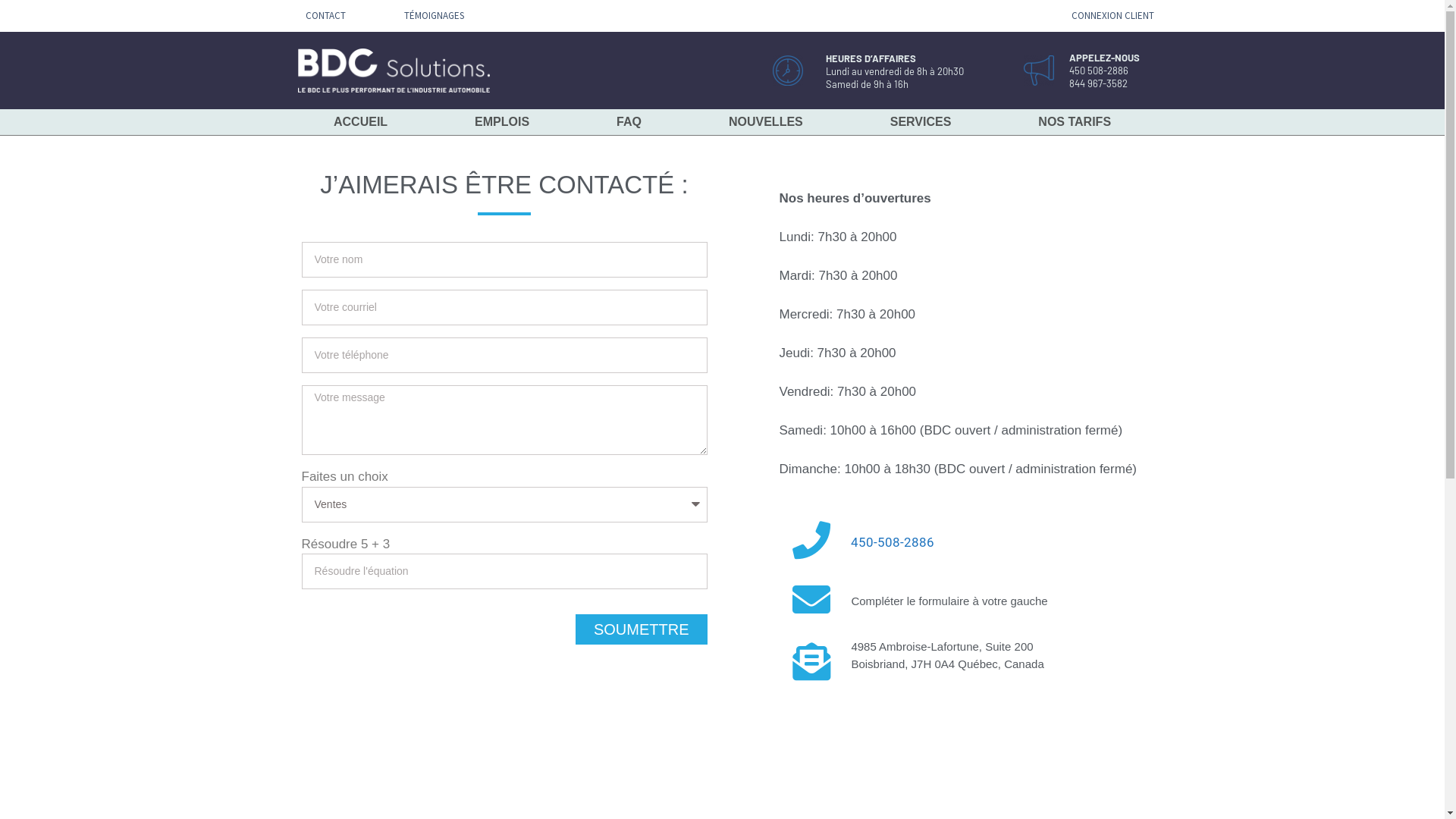  What do you see at coordinates (641, 629) in the screenshot?
I see `'SOUMETTRE'` at bounding box center [641, 629].